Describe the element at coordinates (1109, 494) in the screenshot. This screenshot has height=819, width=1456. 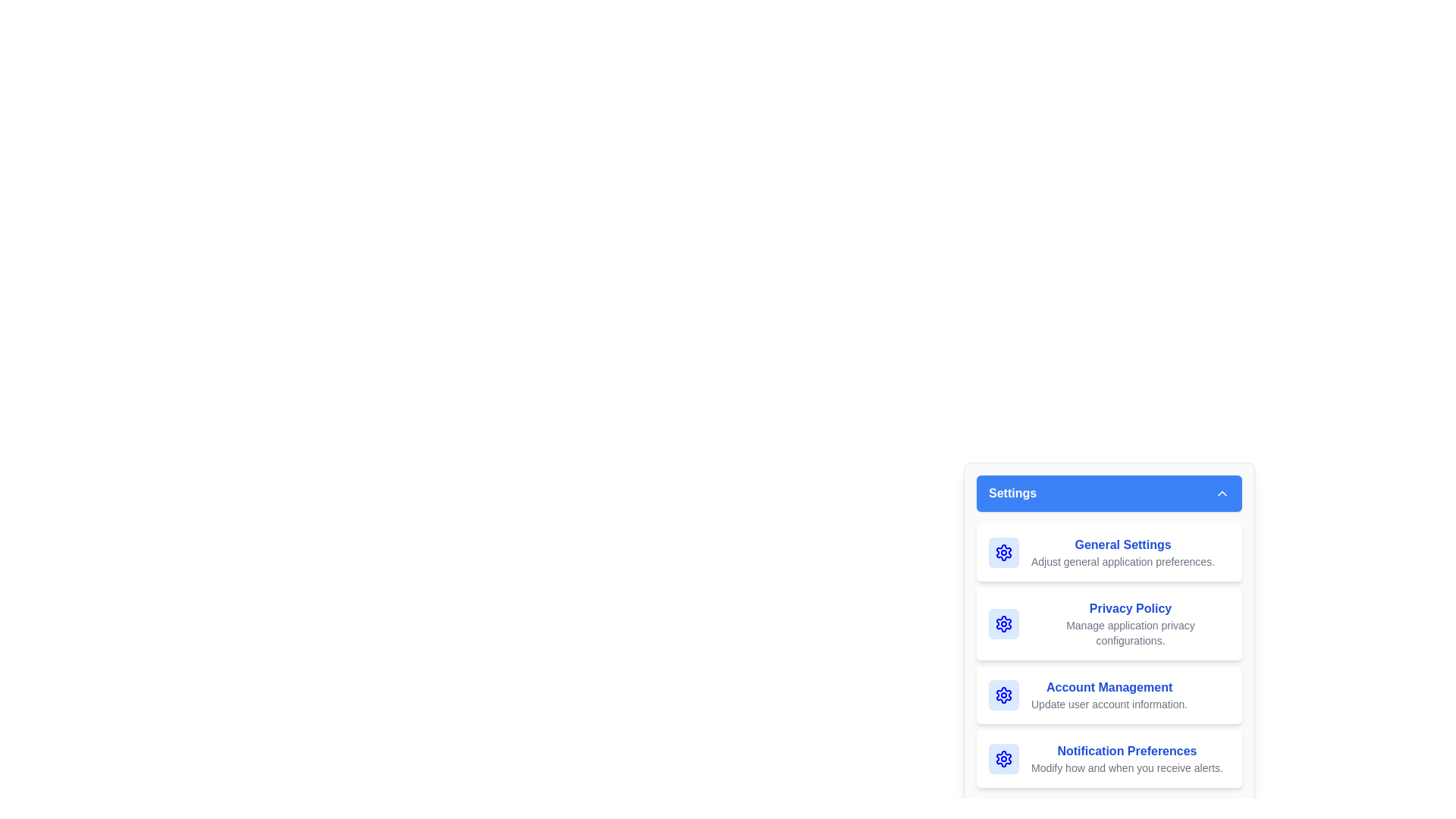
I see `the 'Settings' button to toggle the dropdown menu` at that location.